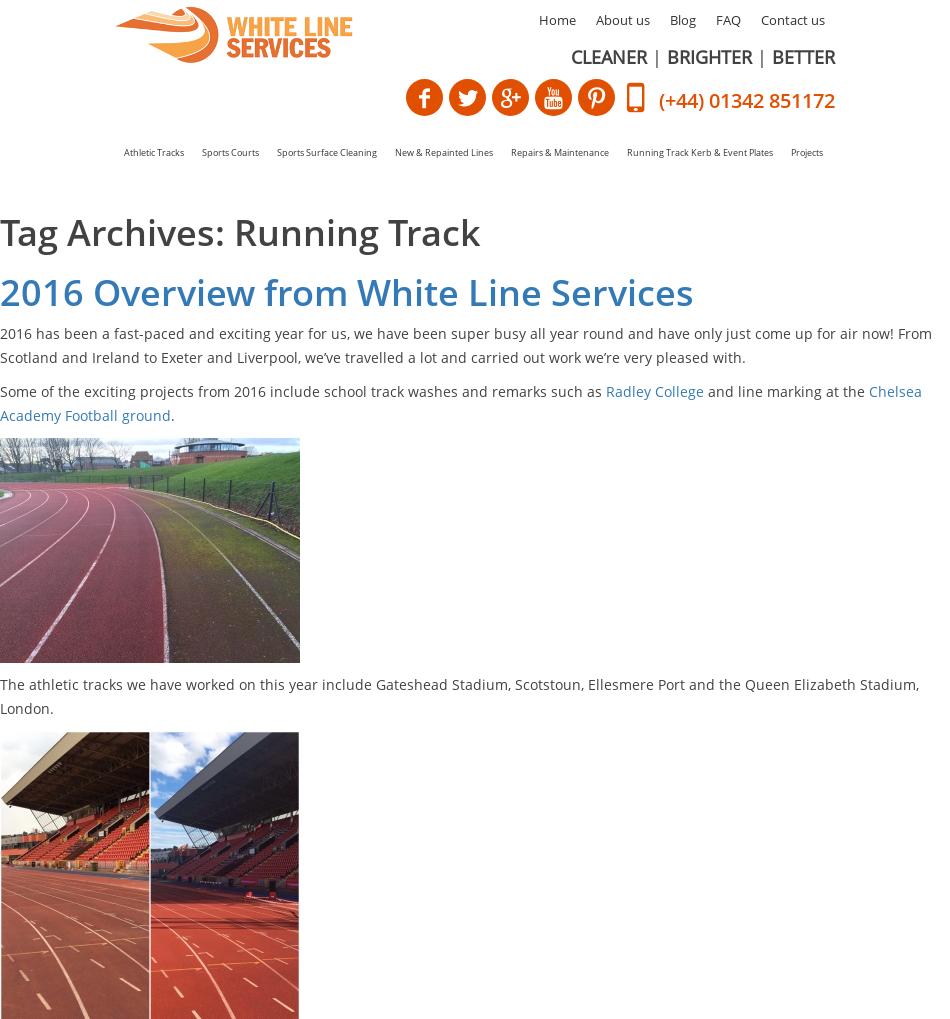  What do you see at coordinates (171, 414) in the screenshot?
I see `'.'` at bounding box center [171, 414].